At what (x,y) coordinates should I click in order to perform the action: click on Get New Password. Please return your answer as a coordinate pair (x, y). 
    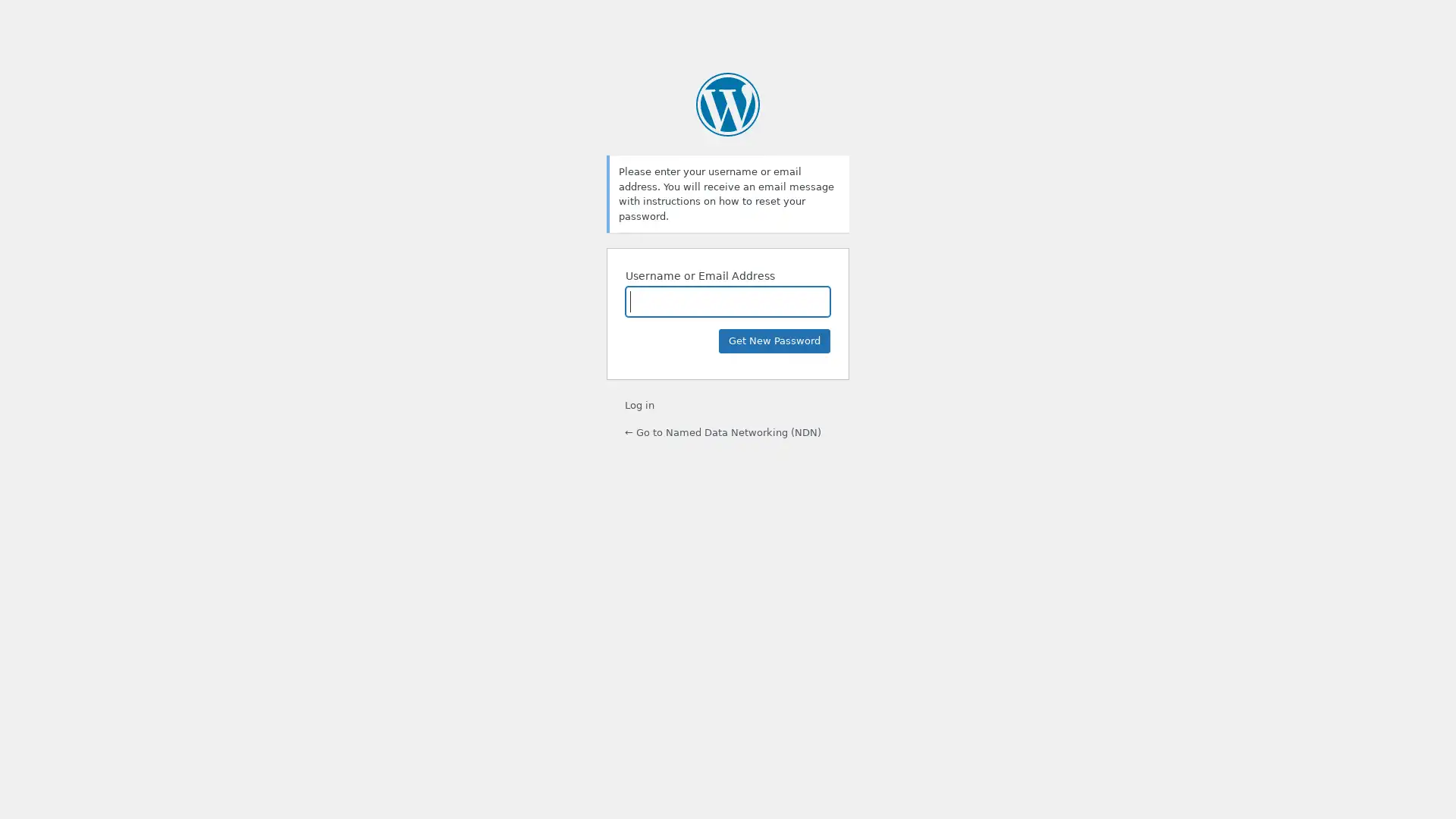
    Looking at the image, I should click on (774, 341).